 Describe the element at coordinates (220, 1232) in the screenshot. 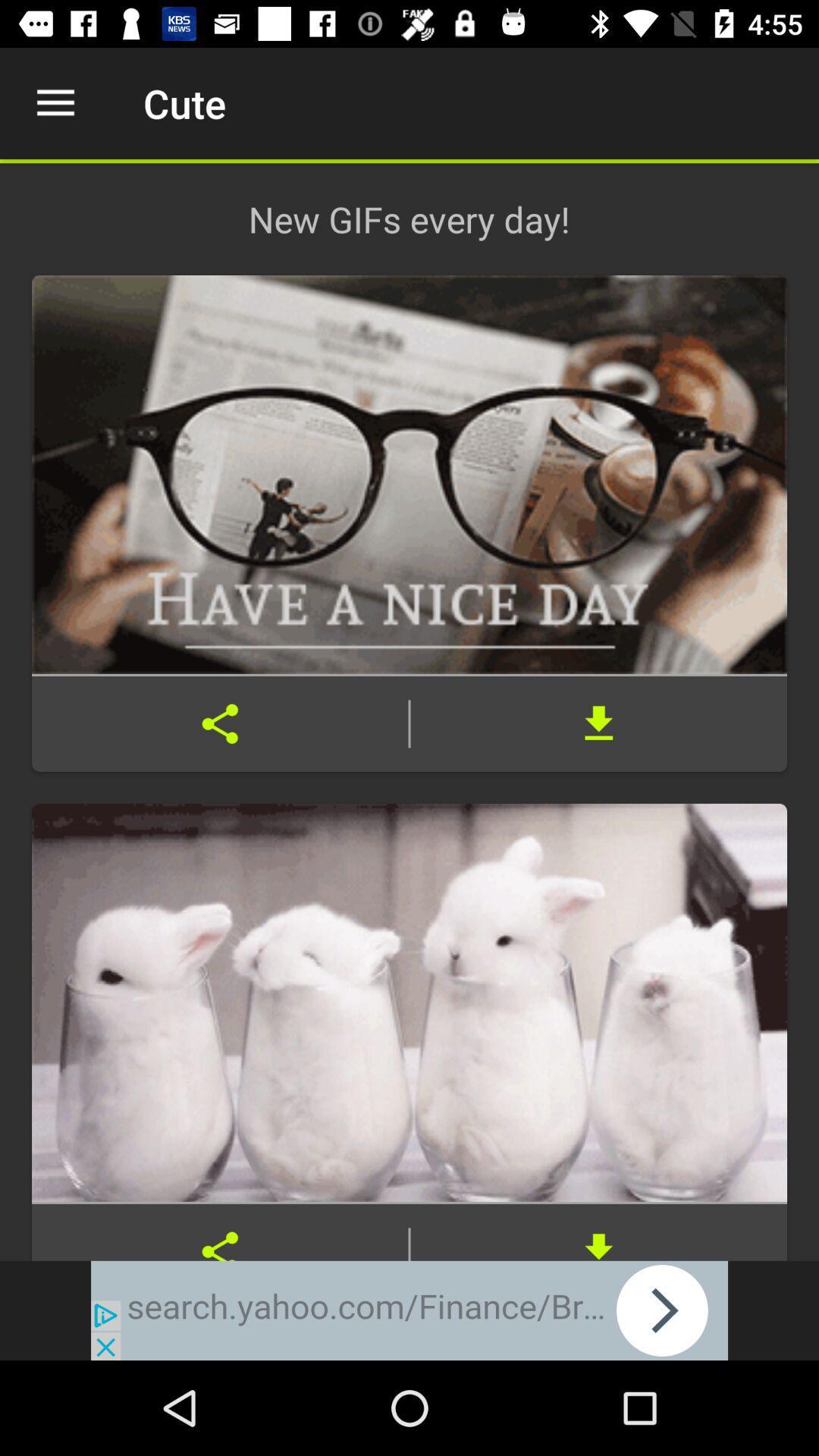

I see `to share` at that location.